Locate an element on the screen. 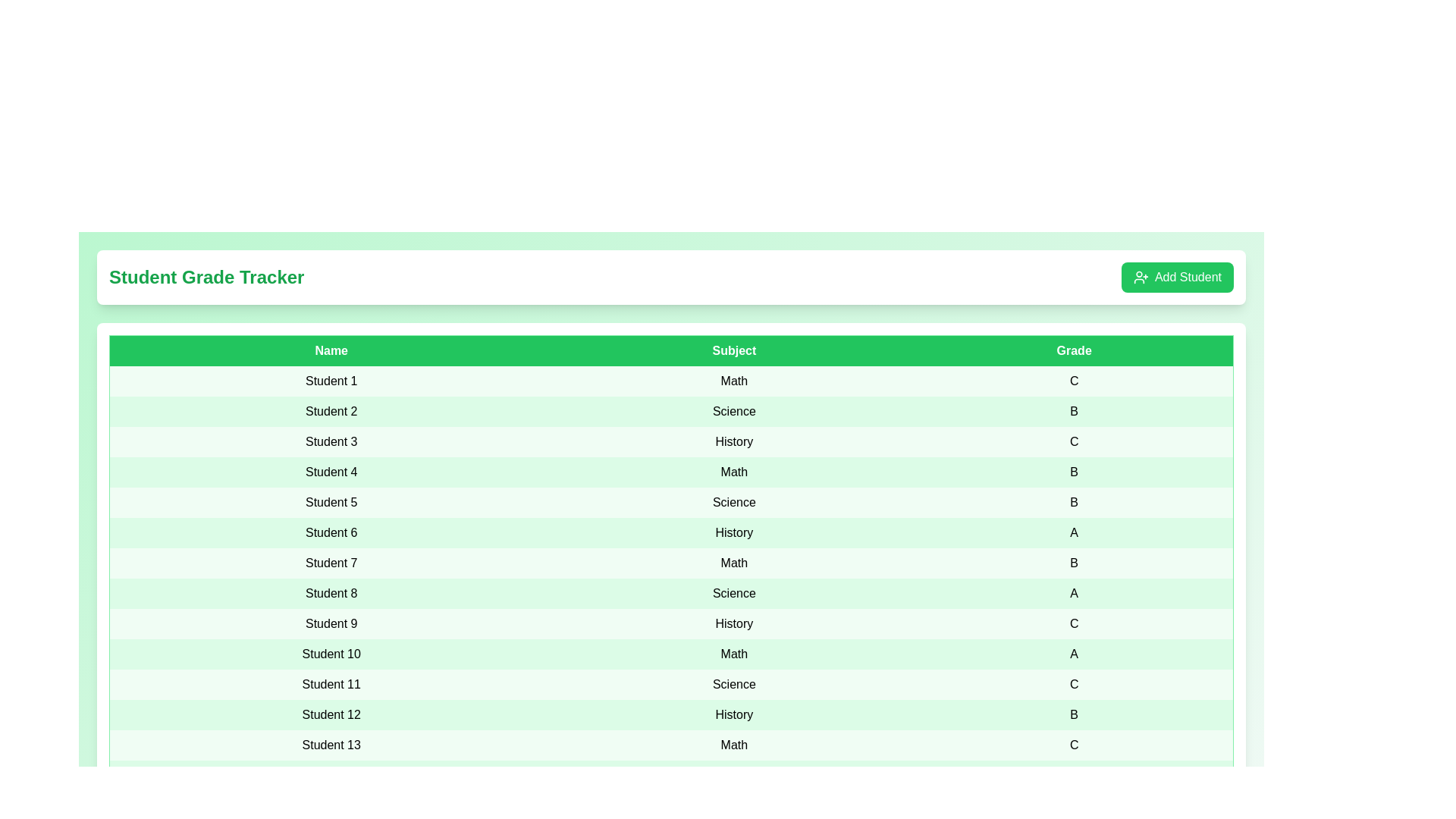  the column header 'Subject' to sort the table by that column is located at coordinates (734, 350).